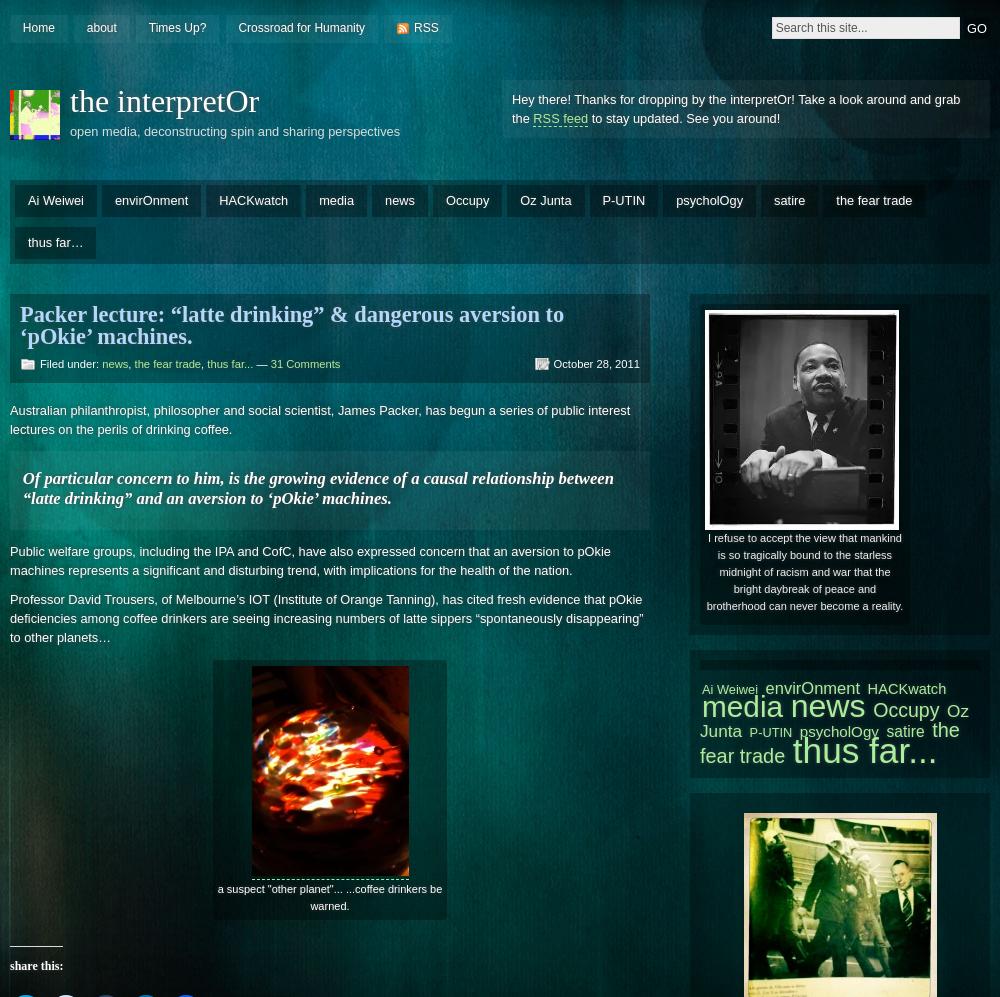  I want to click on 'to stay updated. See you around!', so click(684, 117).